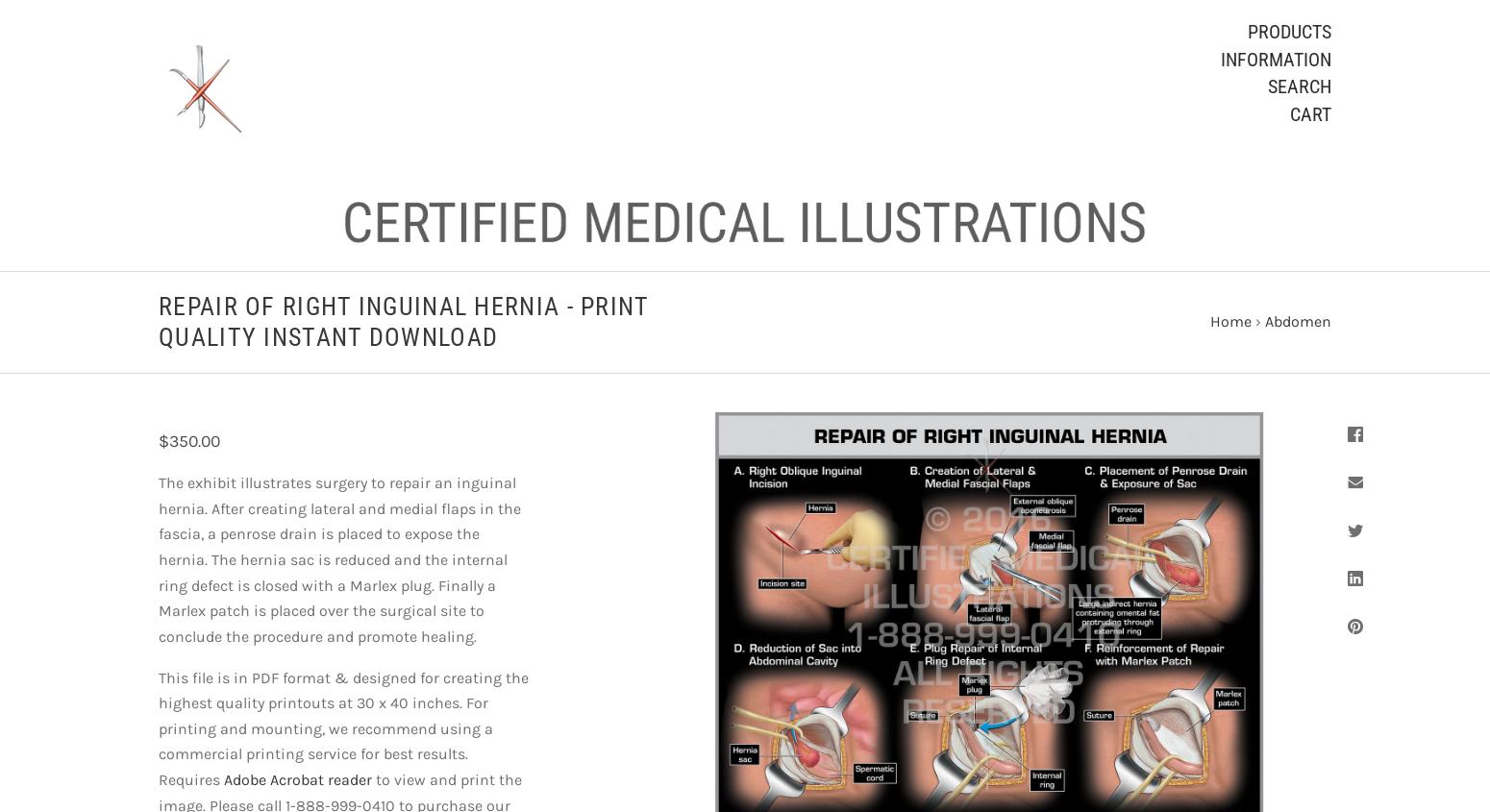 This screenshot has width=1490, height=812. What do you see at coordinates (338, 558) in the screenshot?
I see `'The exhibit illustrates surgery to repair an inguinal hernia. After creating lateral and medial flaps in the fascia, a penrose drain is placed to expose the hernia. The hernia sac is reduced and the internal ring defect is closed with a Marlex plug. Finally a Marlex patch is placed over the surgical site to conclude the procedure and promote healing.'` at bounding box center [338, 558].